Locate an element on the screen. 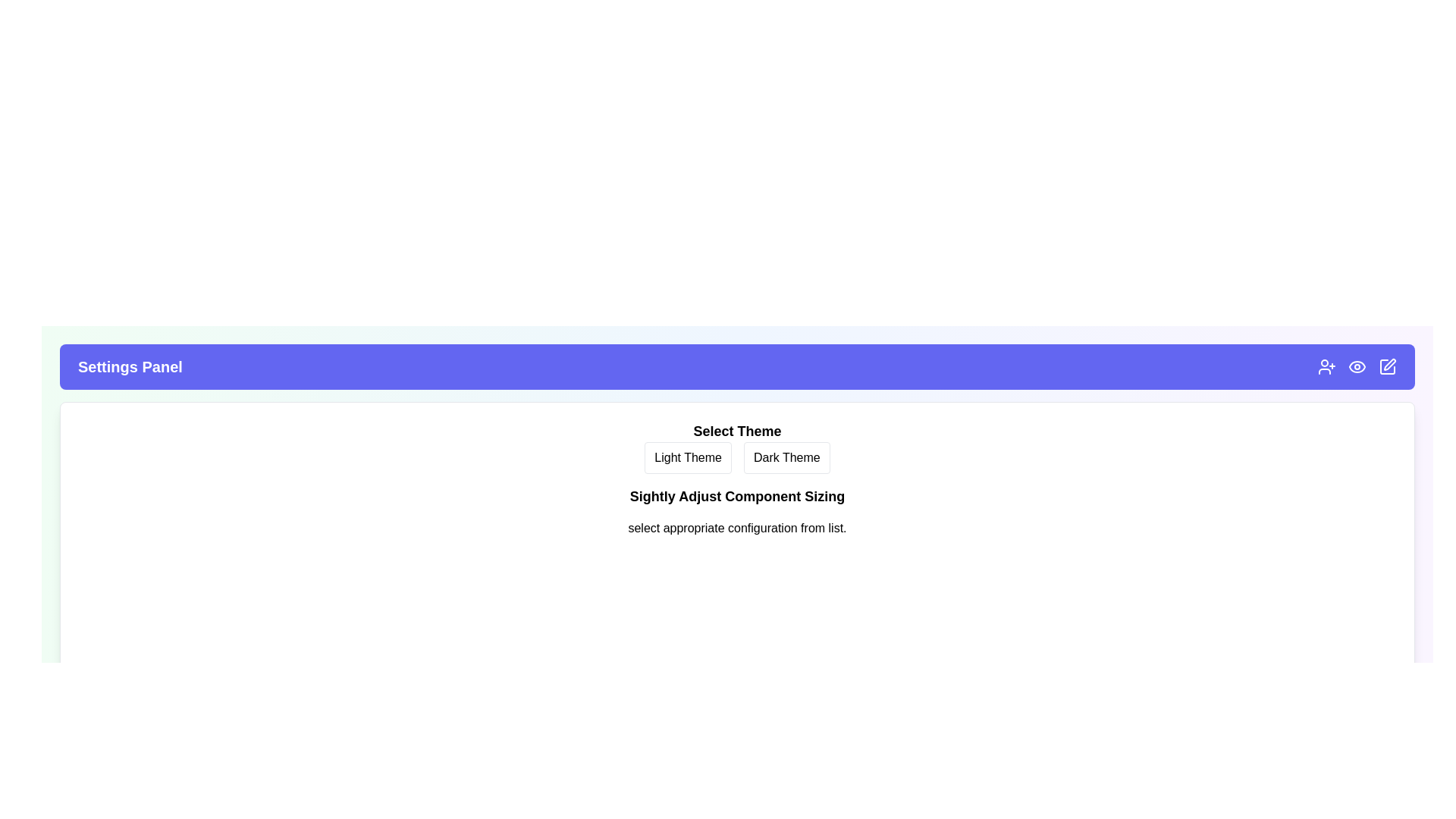 The image size is (1456, 819). informative text block titled 'Sightly Adjust Component Sizing' which contains the description 'select appropriate configuration from list.' is located at coordinates (737, 516).